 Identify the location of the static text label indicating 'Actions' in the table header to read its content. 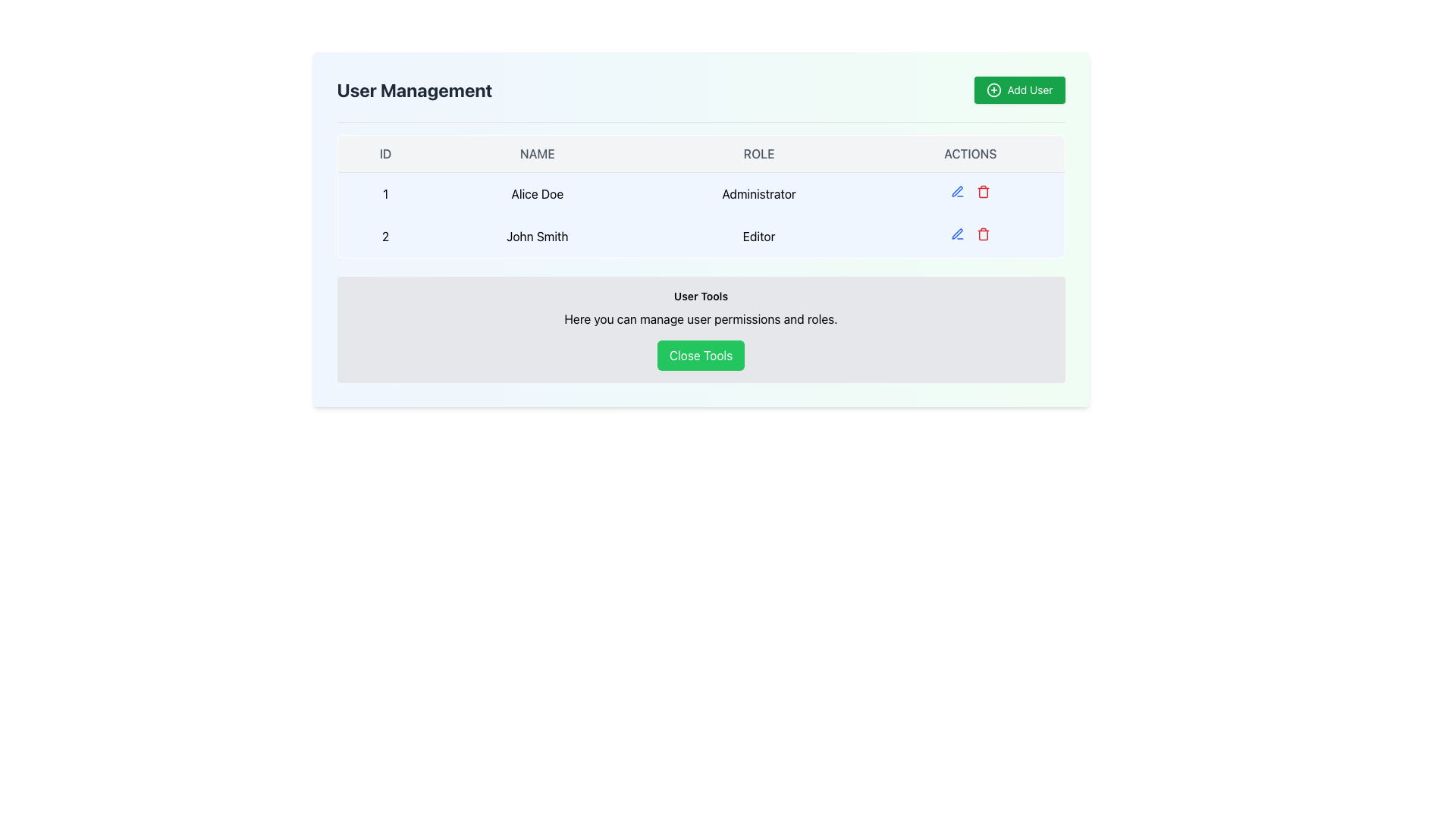
(971, 154).